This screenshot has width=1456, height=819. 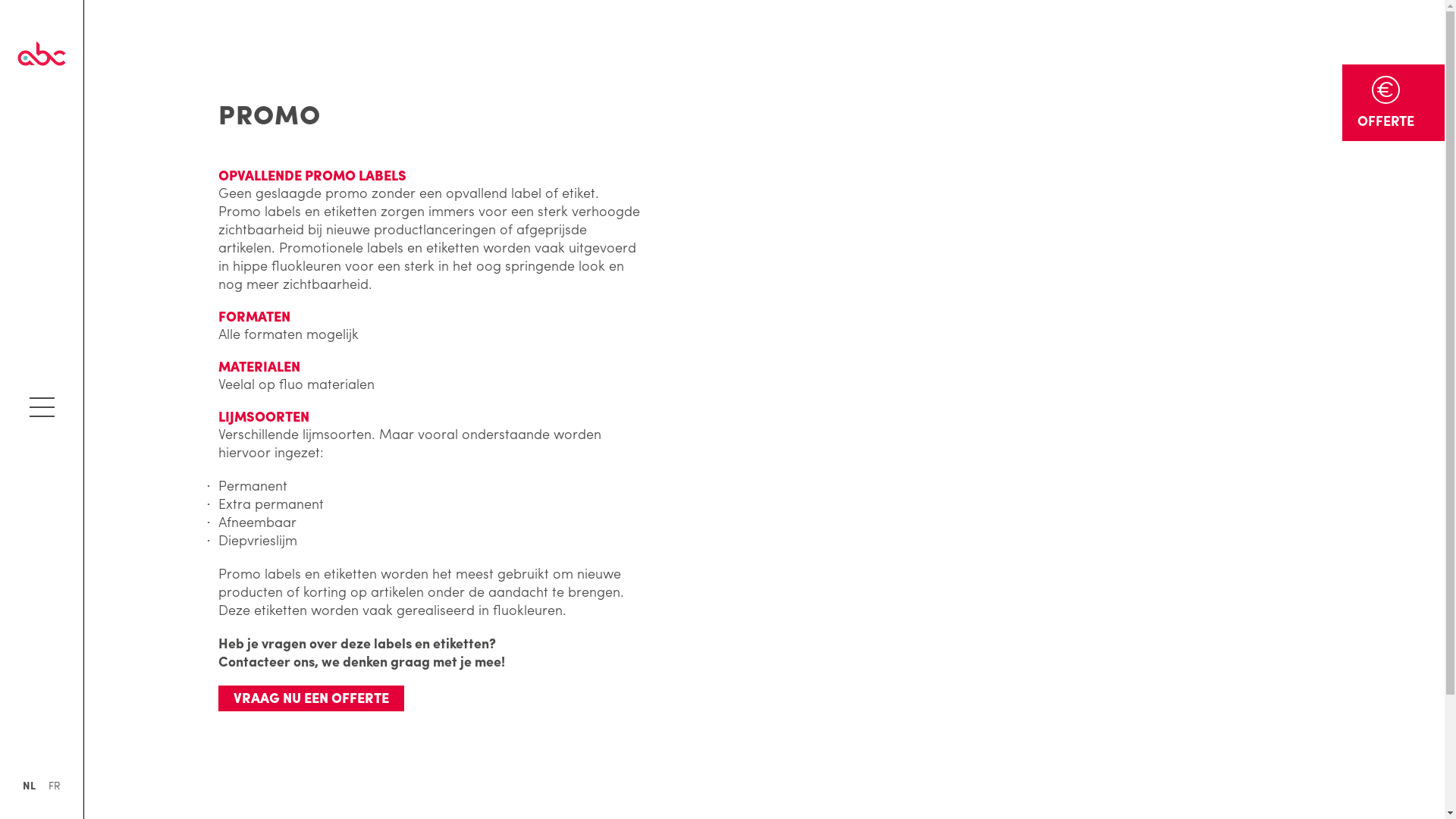 What do you see at coordinates (1393, 102) in the screenshot?
I see `'OFFERTE'` at bounding box center [1393, 102].